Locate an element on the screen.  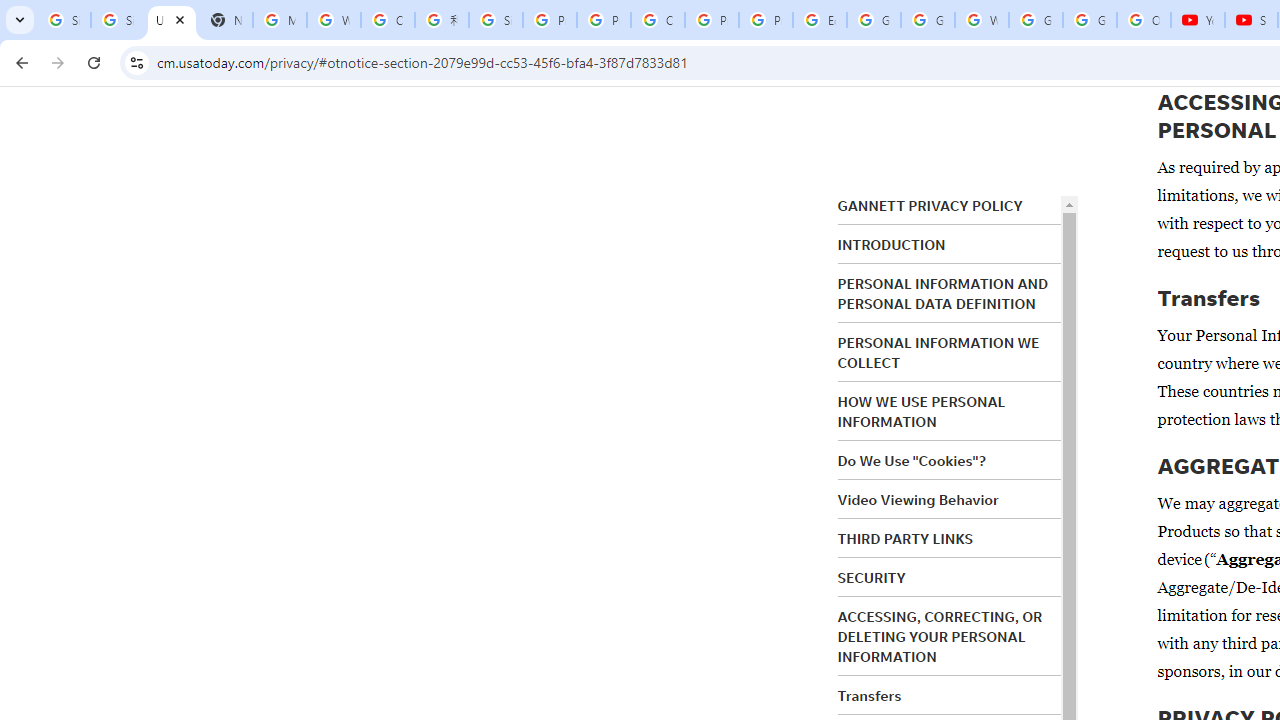
'Google Slides: Sign-in' is located at coordinates (874, 20).